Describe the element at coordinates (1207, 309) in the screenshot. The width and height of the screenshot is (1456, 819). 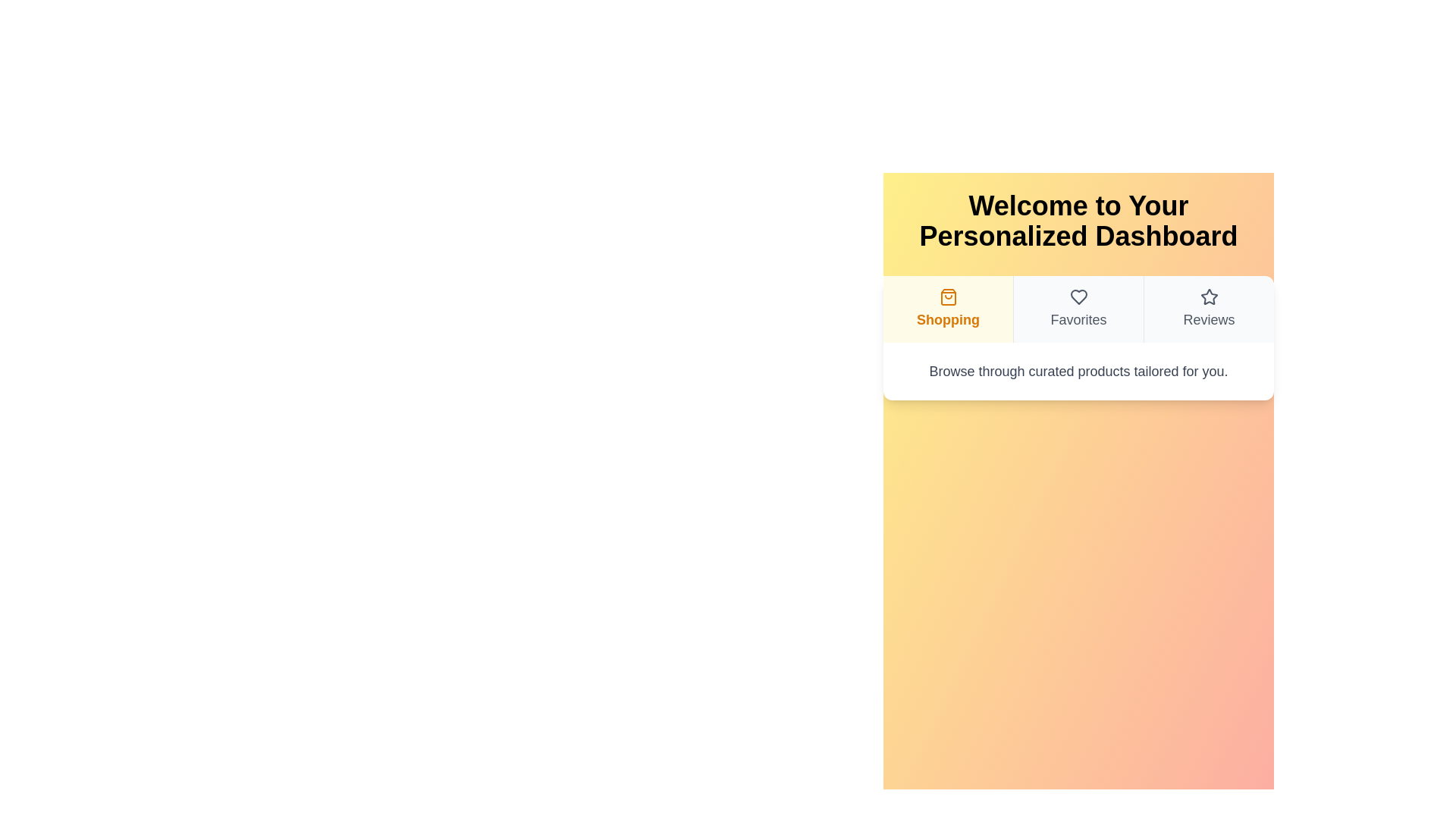
I see `the Reviews tab by clicking on its corresponding button` at that location.